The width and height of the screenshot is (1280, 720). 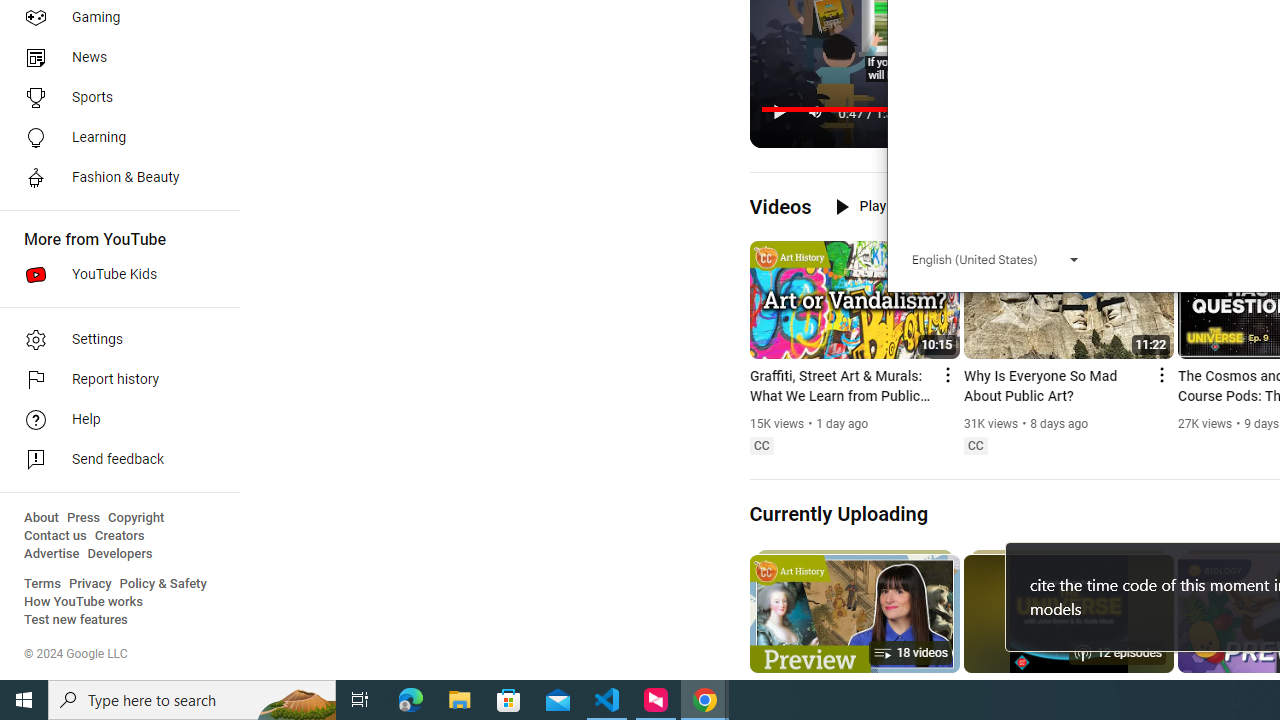 What do you see at coordinates (112, 176) in the screenshot?
I see `'Fashion & Beauty'` at bounding box center [112, 176].